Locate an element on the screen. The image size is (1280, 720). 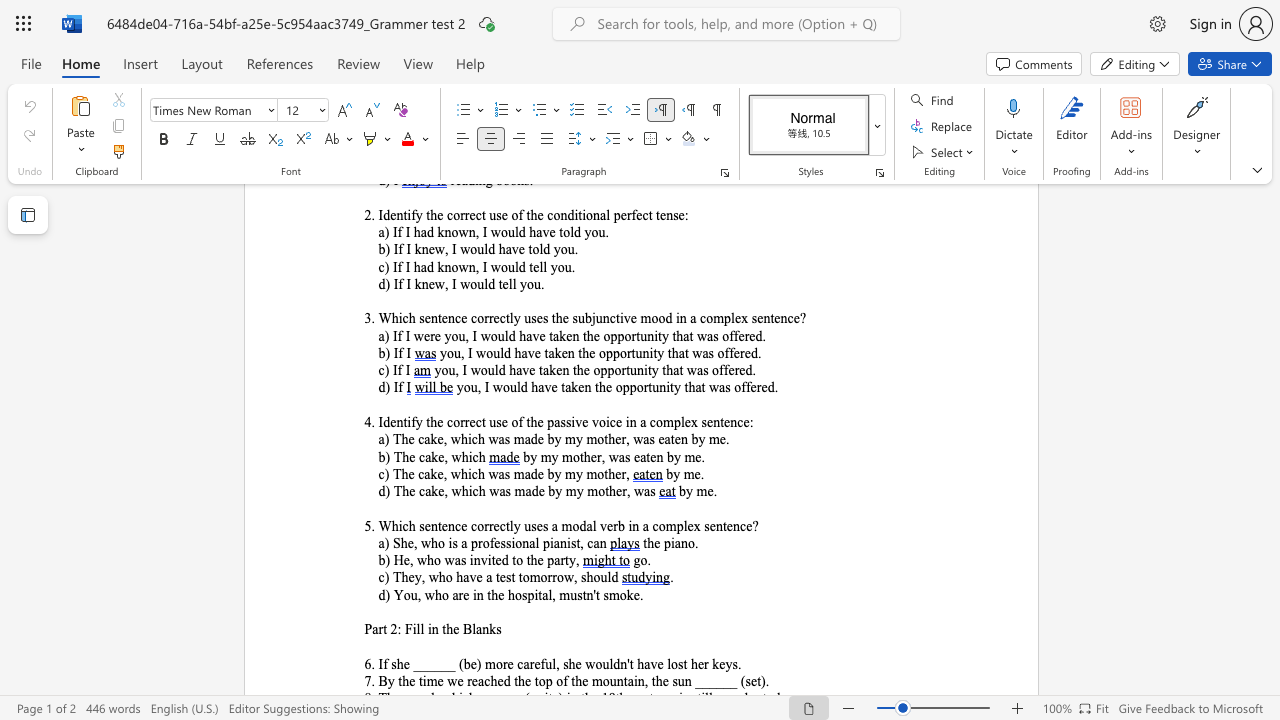
the subset text "a professional pianis" within the text "a) She, who is a professional pianist, can" is located at coordinates (460, 543).